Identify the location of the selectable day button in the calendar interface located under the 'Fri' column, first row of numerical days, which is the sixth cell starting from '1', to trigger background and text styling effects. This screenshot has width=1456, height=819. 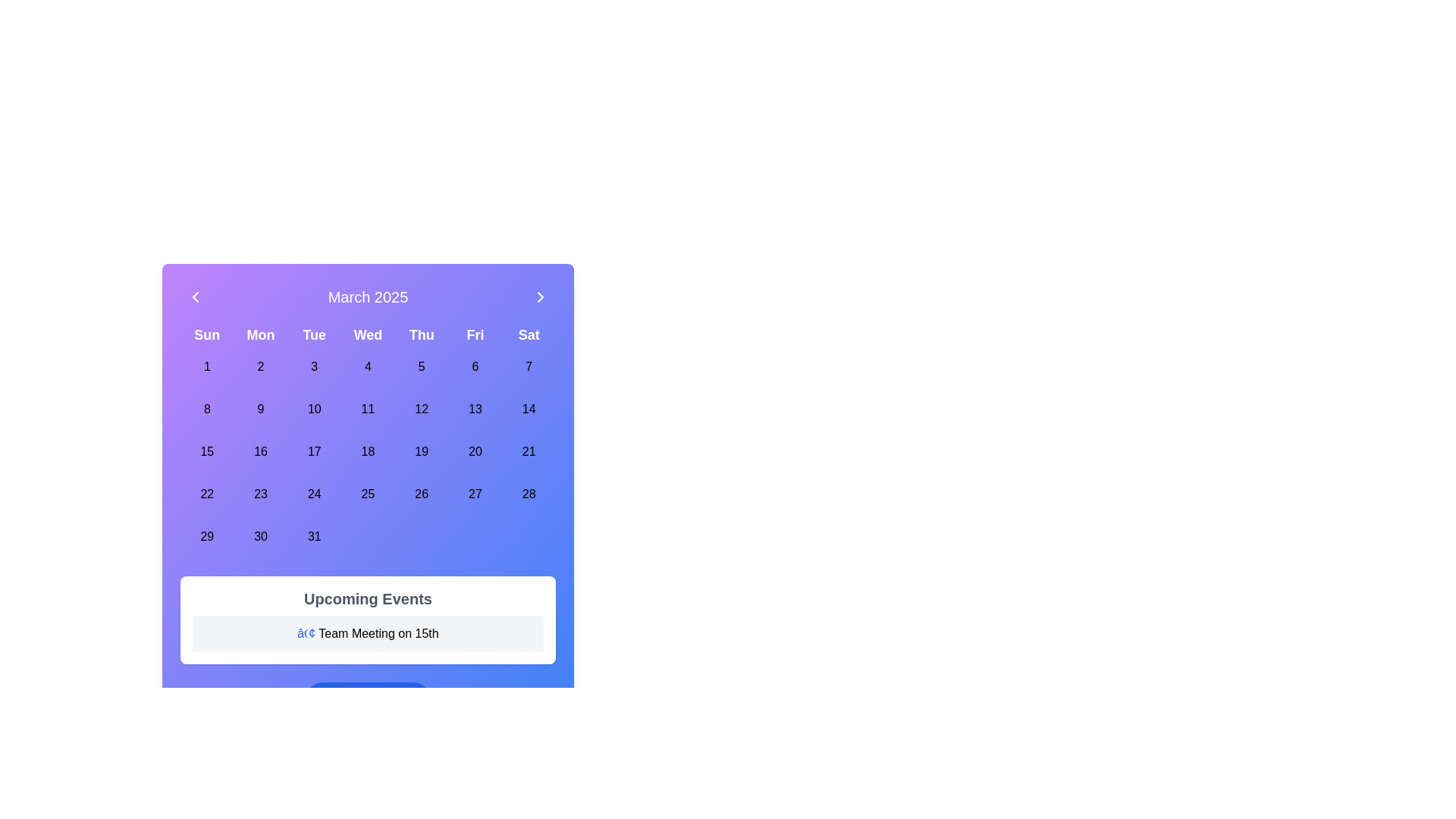
(474, 366).